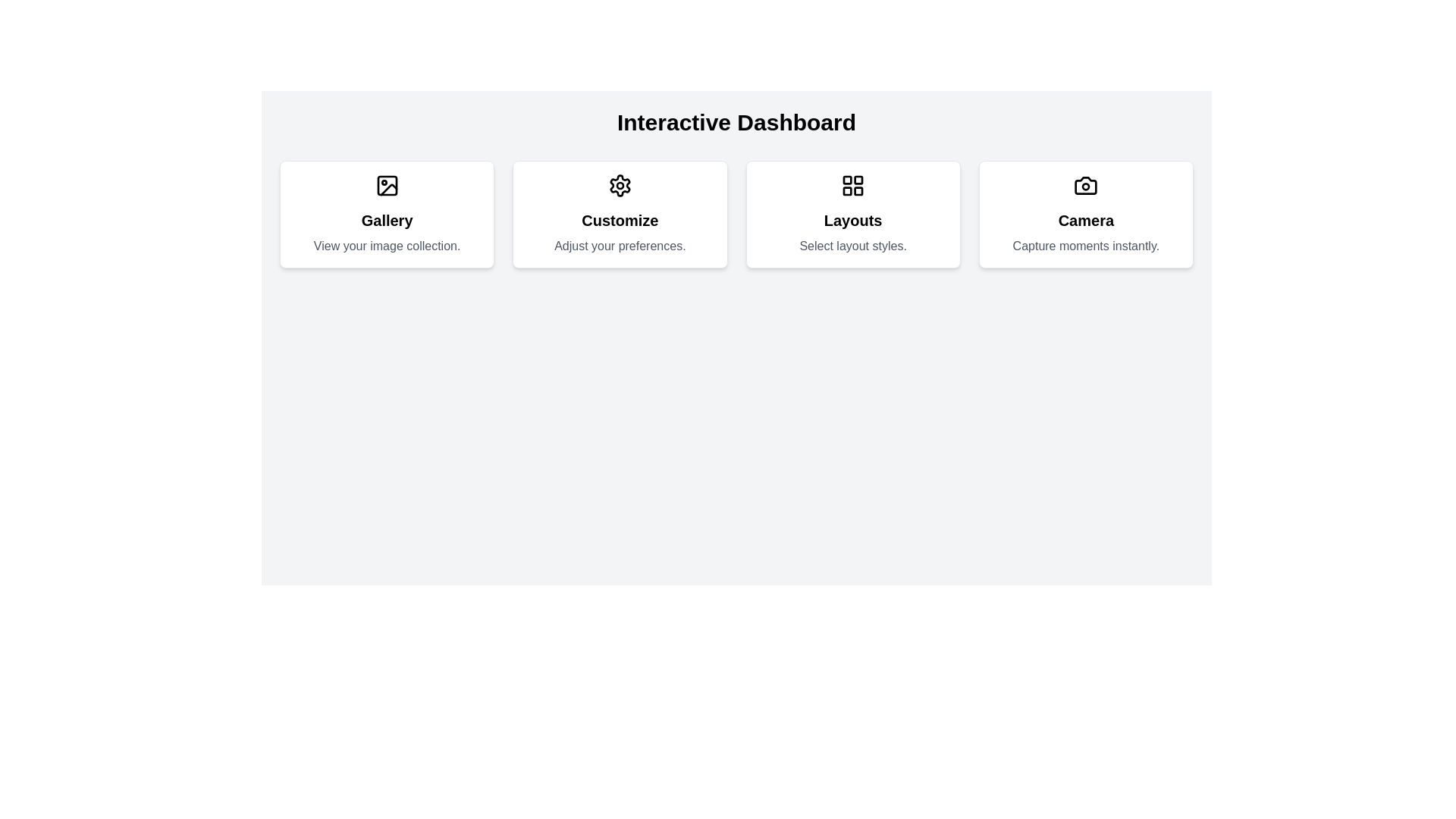  I want to click on the Textual Heading that serves as the title for the interface, positioned centrally at the top of the dashboard above the panel elements, so click(736, 122).